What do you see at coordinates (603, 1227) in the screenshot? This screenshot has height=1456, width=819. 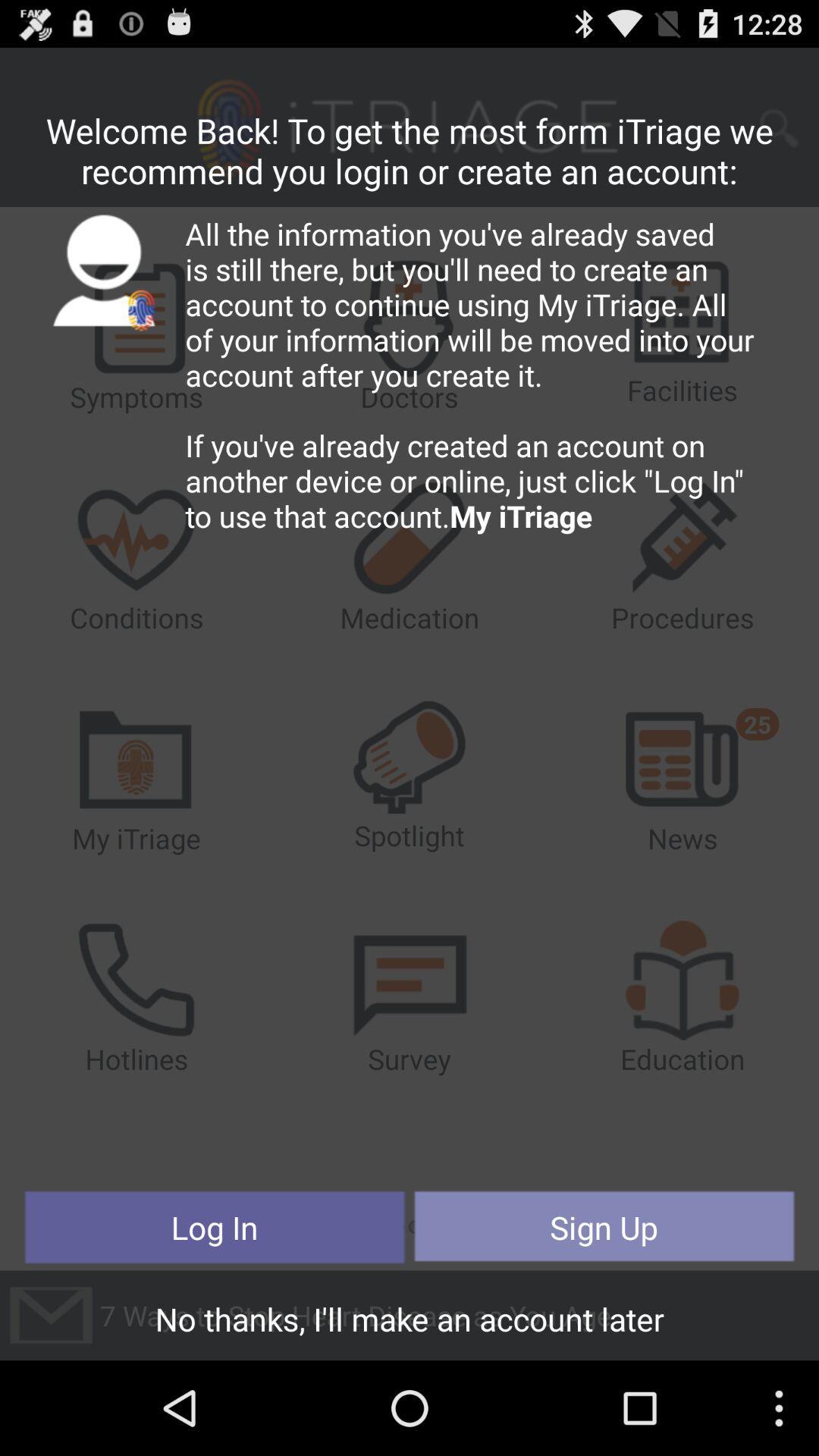 I see `the icon below the all the information` at bounding box center [603, 1227].